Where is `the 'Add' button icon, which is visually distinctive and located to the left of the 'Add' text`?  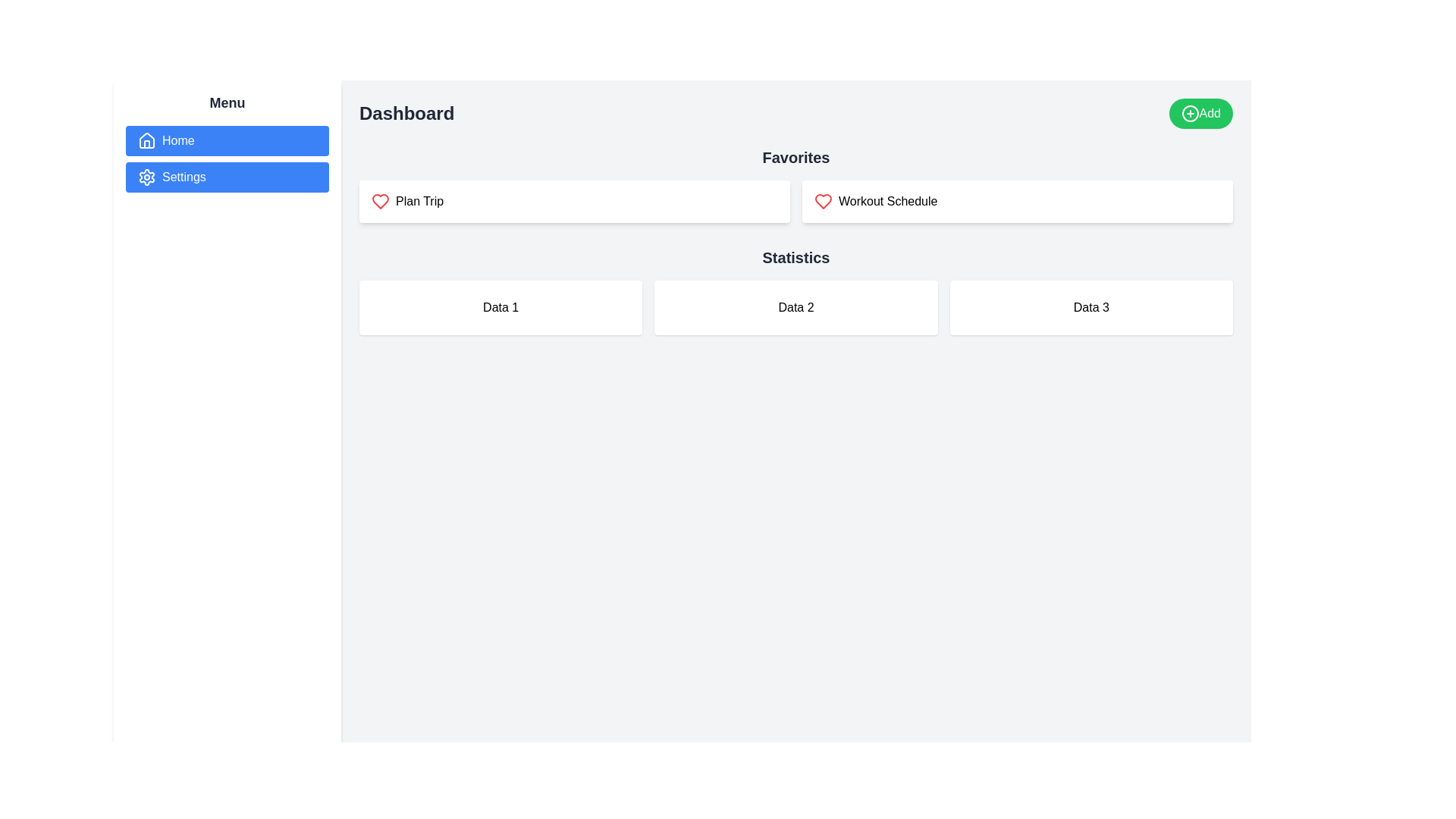 the 'Add' button icon, which is visually distinctive and located to the left of the 'Add' text is located at coordinates (1189, 113).